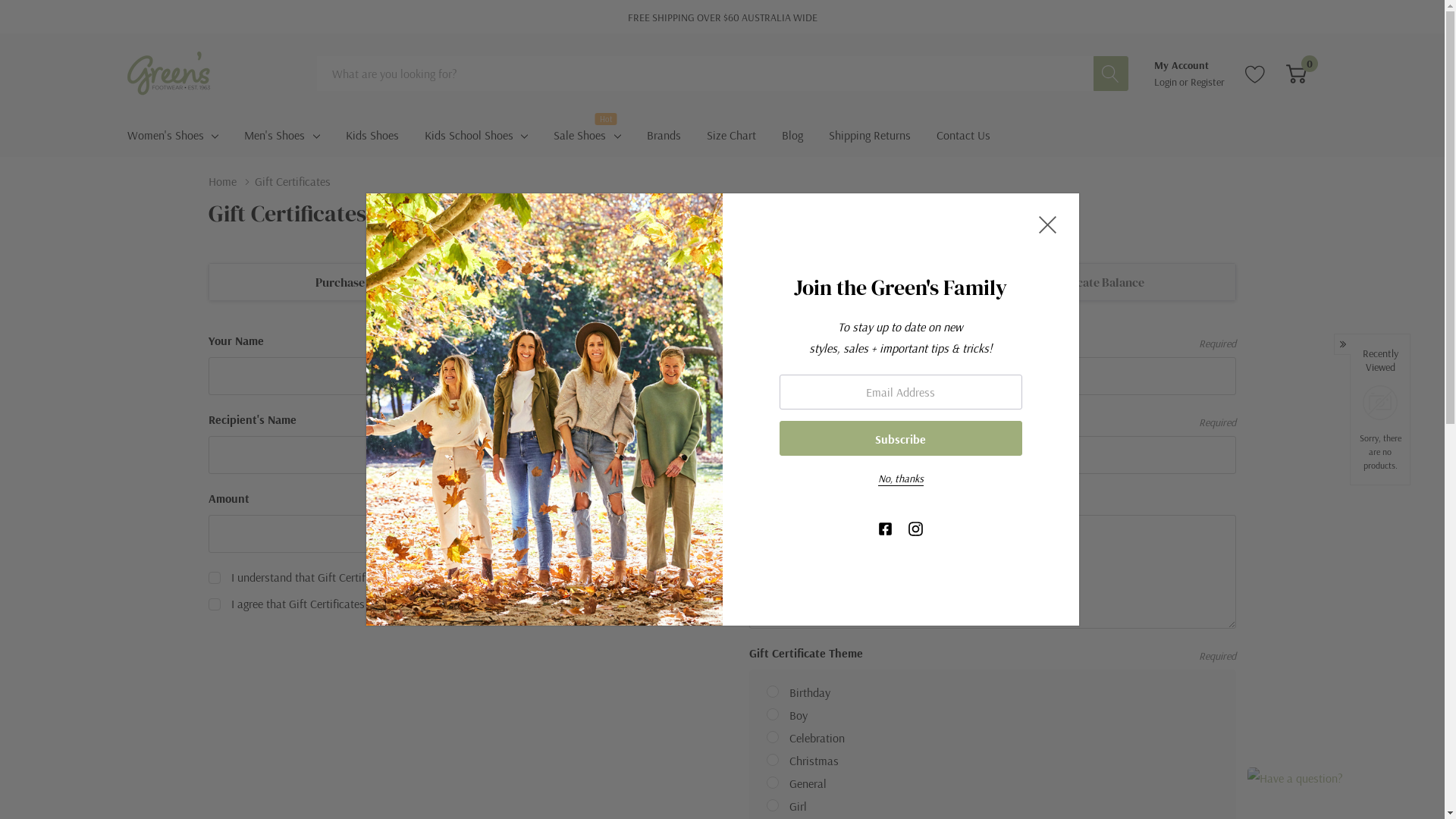 This screenshot has width=1456, height=819. What do you see at coordinates (372, 133) in the screenshot?
I see `'Kids Shoes'` at bounding box center [372, 133].